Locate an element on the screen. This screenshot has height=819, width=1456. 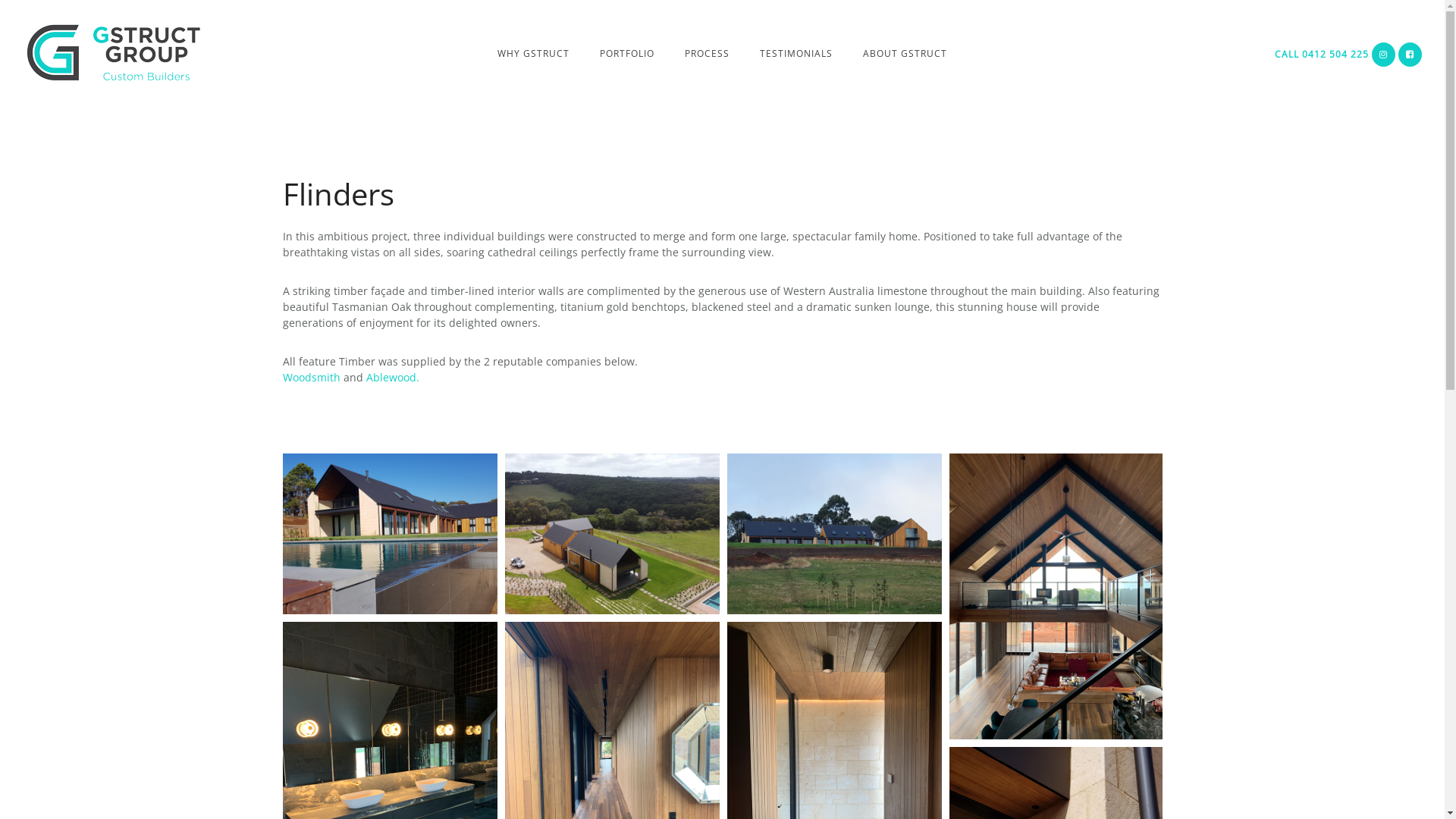
'PROCESS' is located at coordinates (706, 52).